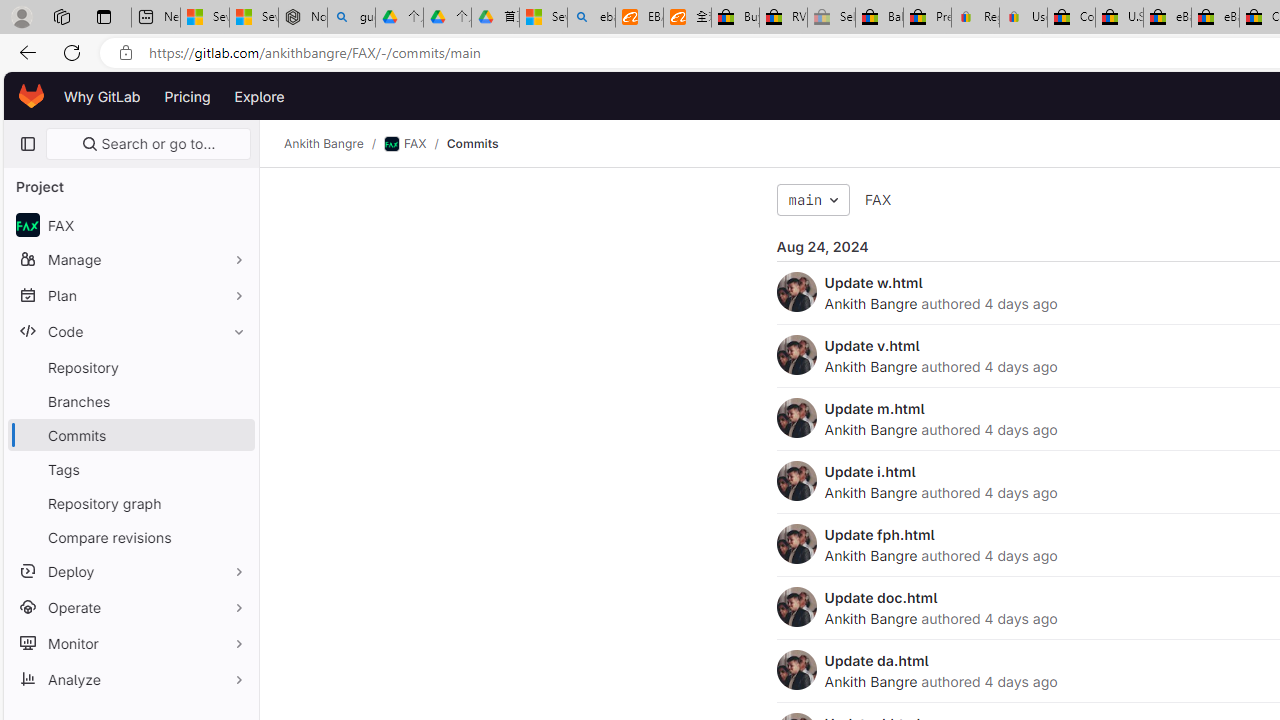 Image resolution: width=1280 pixels, height=720 pixels. Describe the element at coordinates (187, 96) in the screenshot. I see `'Pricing'` at that location.